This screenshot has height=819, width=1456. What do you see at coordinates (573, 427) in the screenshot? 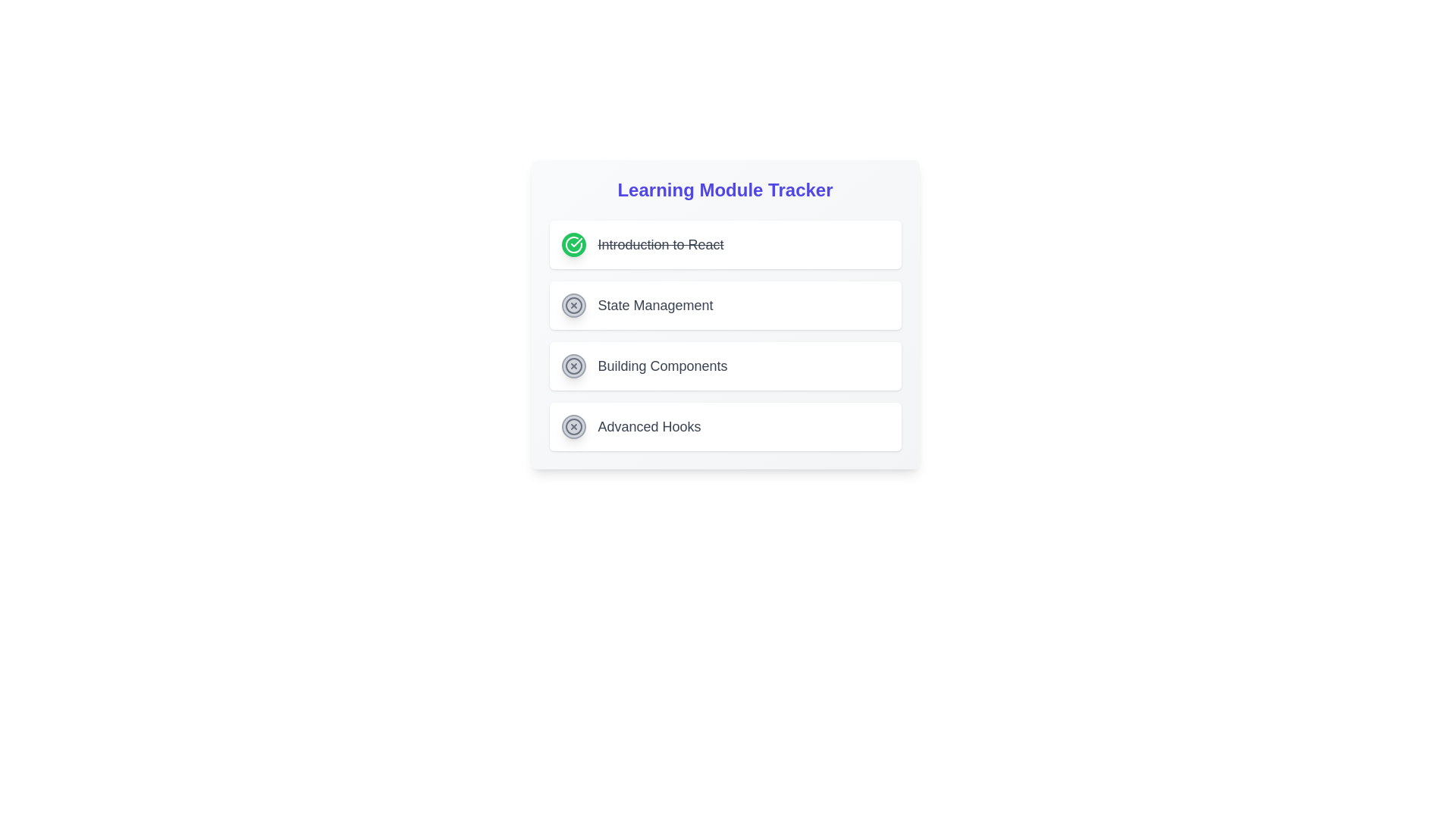
I see `the Circular SVG element that serves as a visual cue for the 'not completed' status of the 'Advanced Hooks' module in the fourth row of the list` at bounding box center [573, 427].